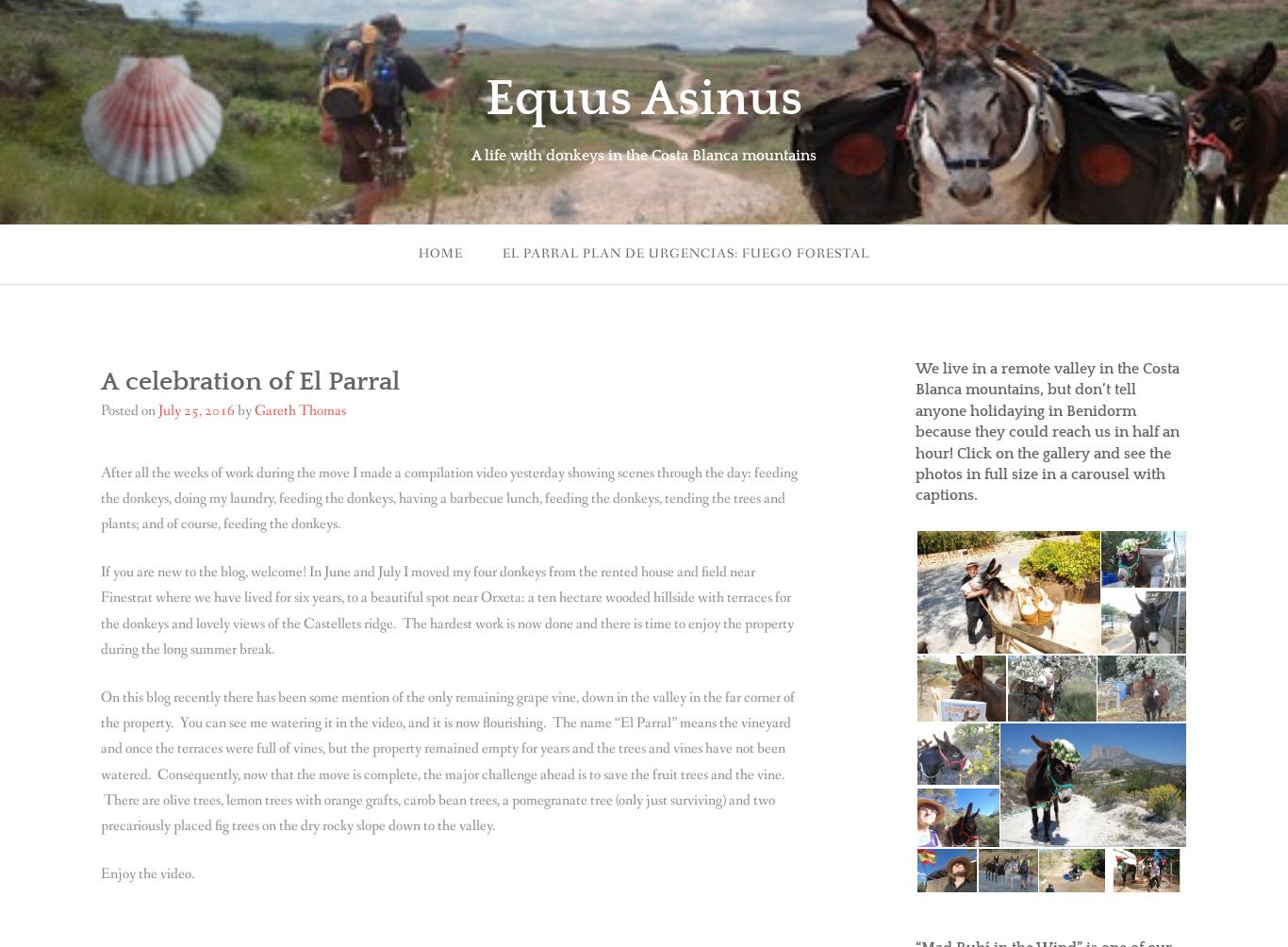 The image size is (1288, 947). I want to click on 'After all the weeks of work during the move I made a compilation video yesterday showing scenes through the day: feeding the donkeys, doing my laundry, feeding the donkeys, having a barbecue lunch, feeding the donkeys, tending the trees and plants; and of course, feeding the donkeys.', so click(449, 498).